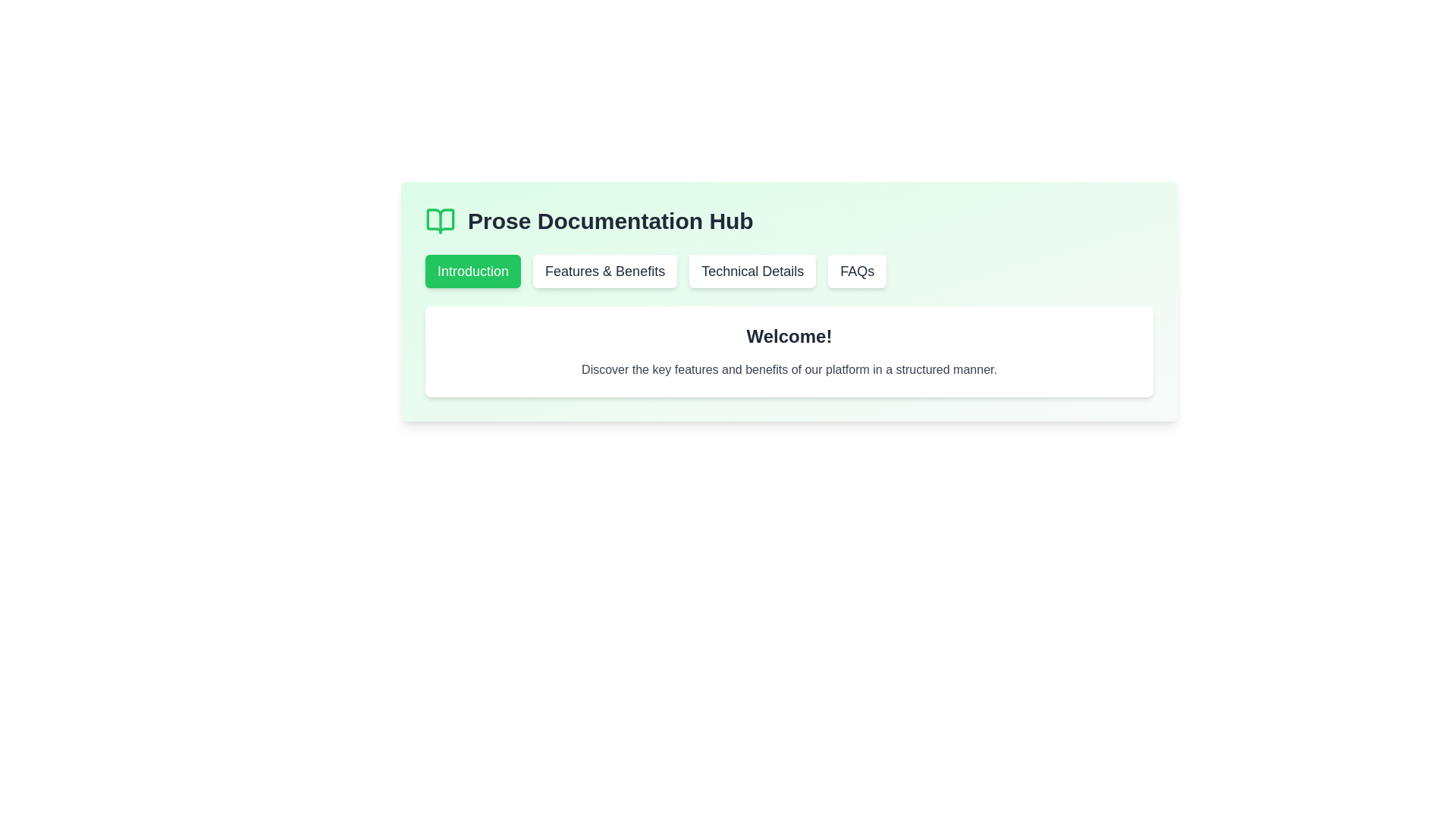 The image size is (1456, 819). Describe the element at coordinates (752, 271) in the screenshot. I see `keyboard navigation` at that location.